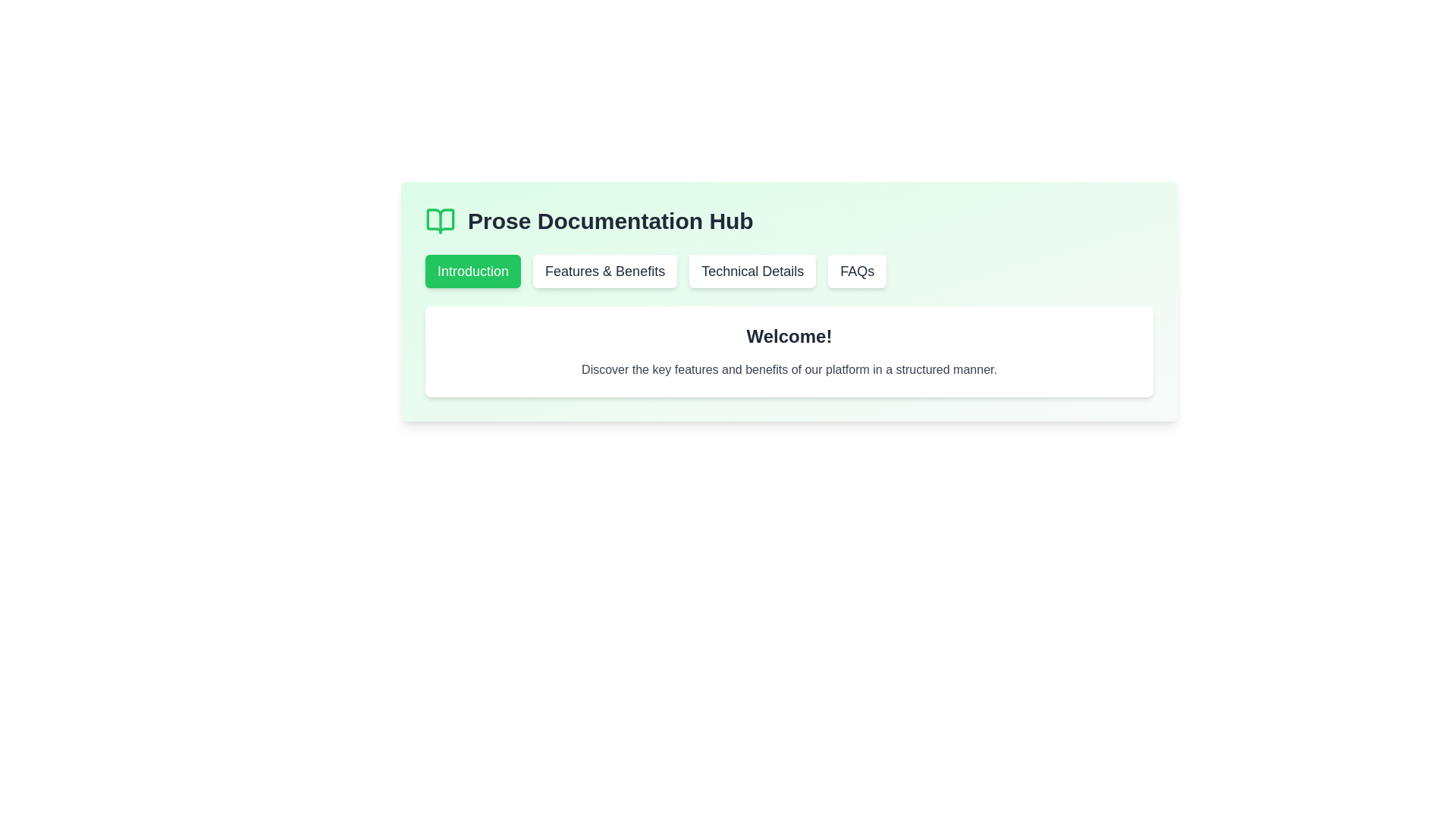 The image size is (1456, 819). Describe the element at coordinates (752, 271) in the screenshot. I see `keyboard navigation` at that location.